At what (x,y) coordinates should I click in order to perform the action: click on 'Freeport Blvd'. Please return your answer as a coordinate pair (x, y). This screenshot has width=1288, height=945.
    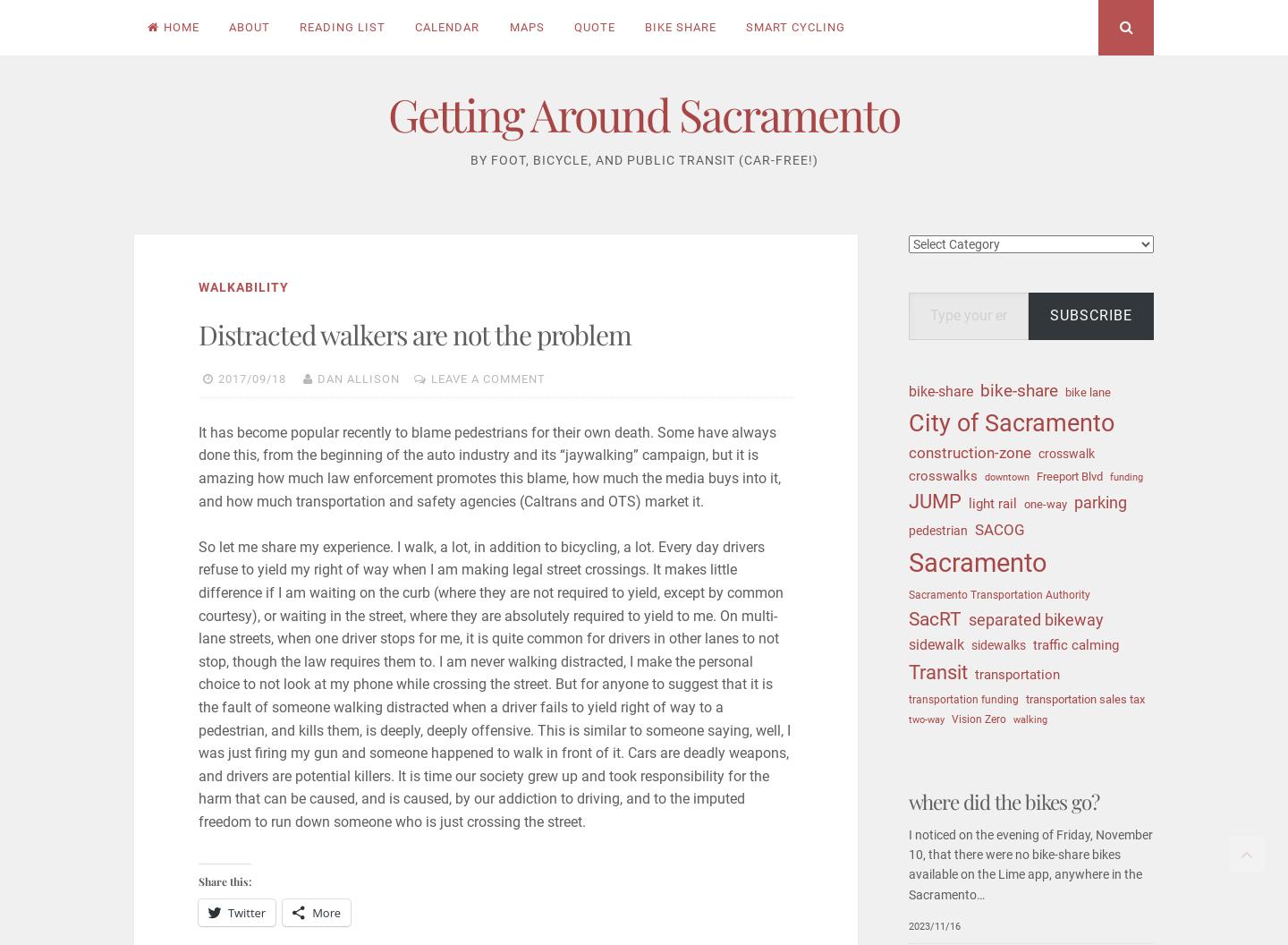
    Looking at the image, I should click on (1070, 475).